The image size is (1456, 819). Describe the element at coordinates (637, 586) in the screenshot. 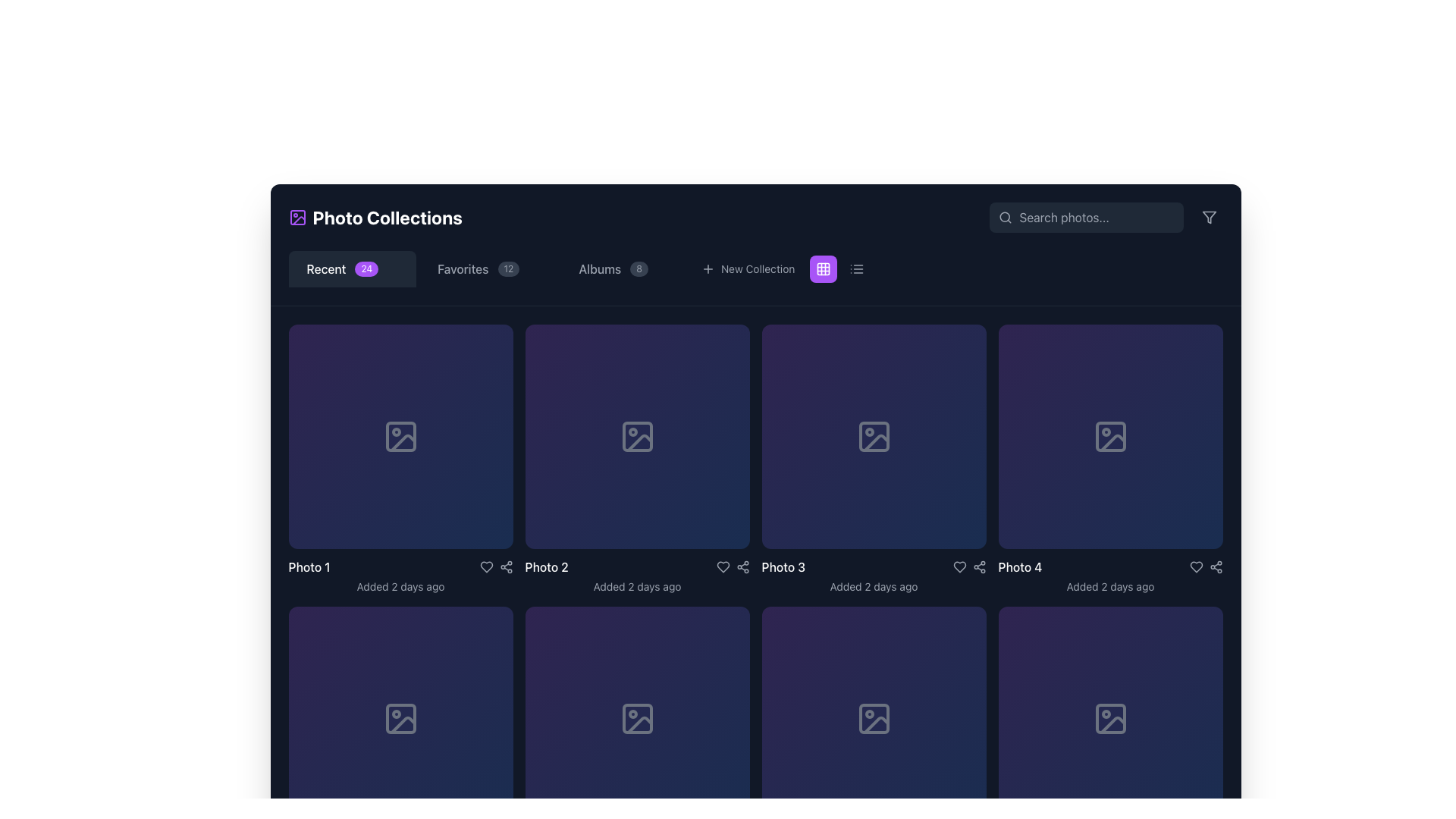

I see `message displayed in the gray-colored text label that says 'Added 2 days ago', located below the 'Photo 2' title in the second cell of the grid layout` at that location.